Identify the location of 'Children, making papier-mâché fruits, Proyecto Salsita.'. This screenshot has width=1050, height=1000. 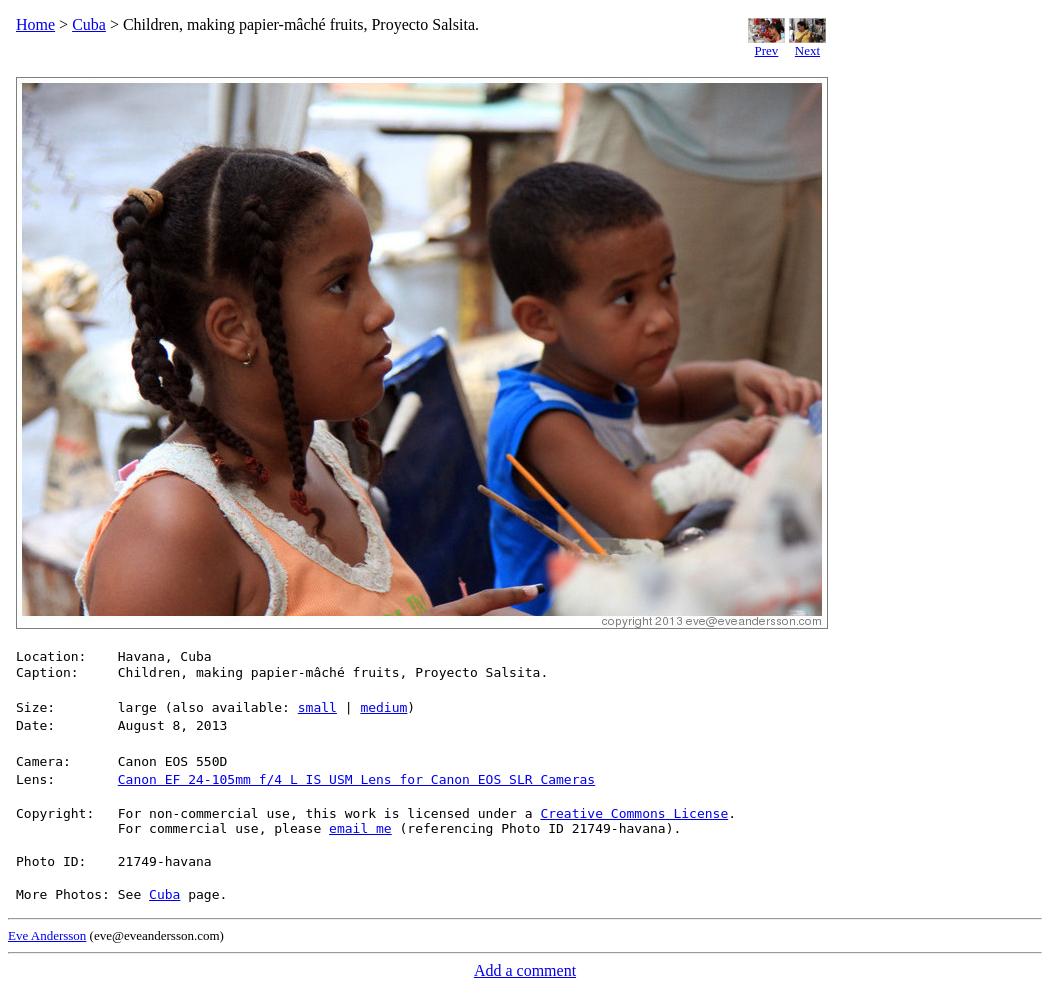
(332, 672).